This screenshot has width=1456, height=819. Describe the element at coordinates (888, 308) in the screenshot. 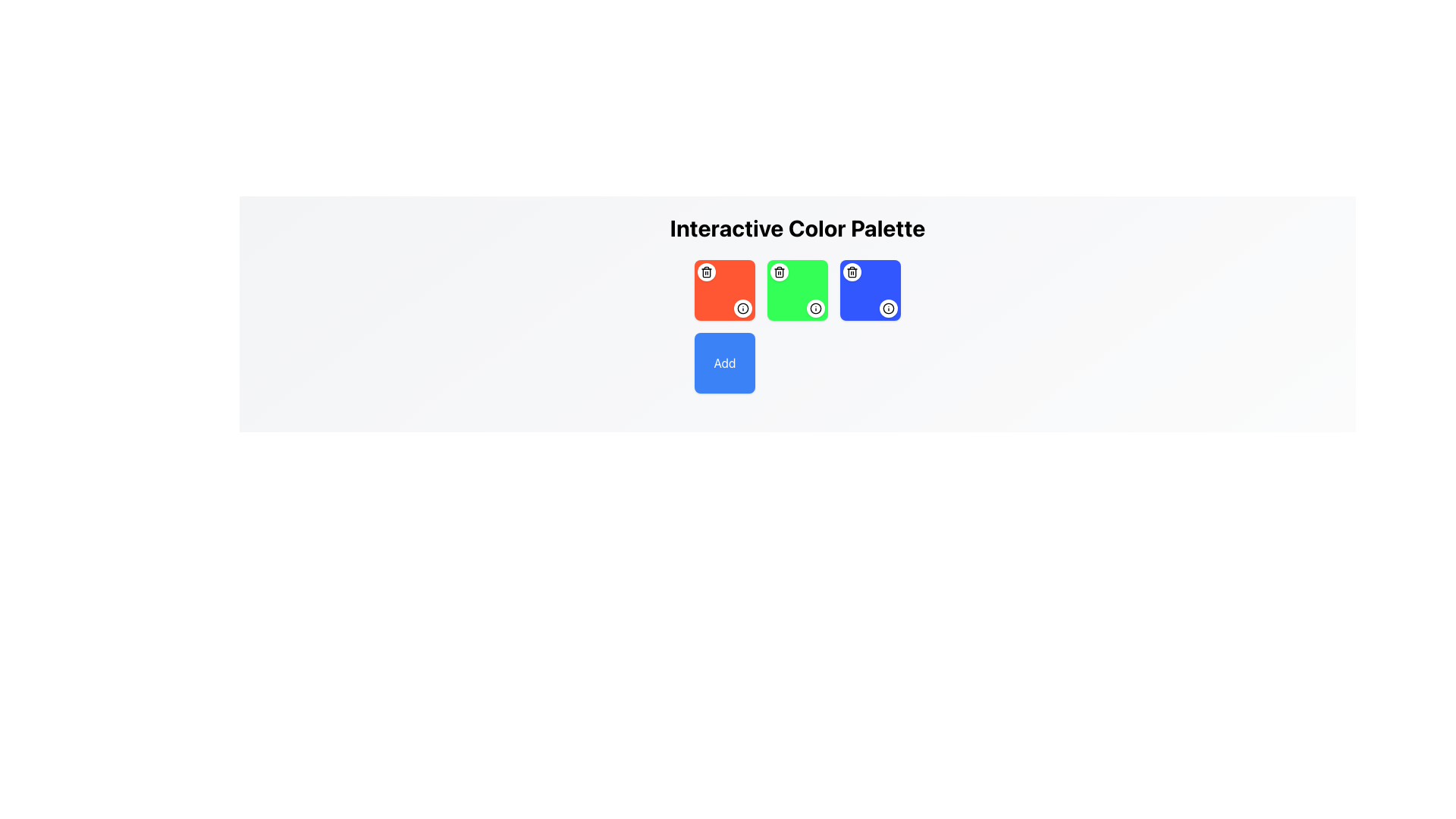

I see `the informational button icon located in the bottom-right corner of the blue square in the third column of the color palette grid` at that location.